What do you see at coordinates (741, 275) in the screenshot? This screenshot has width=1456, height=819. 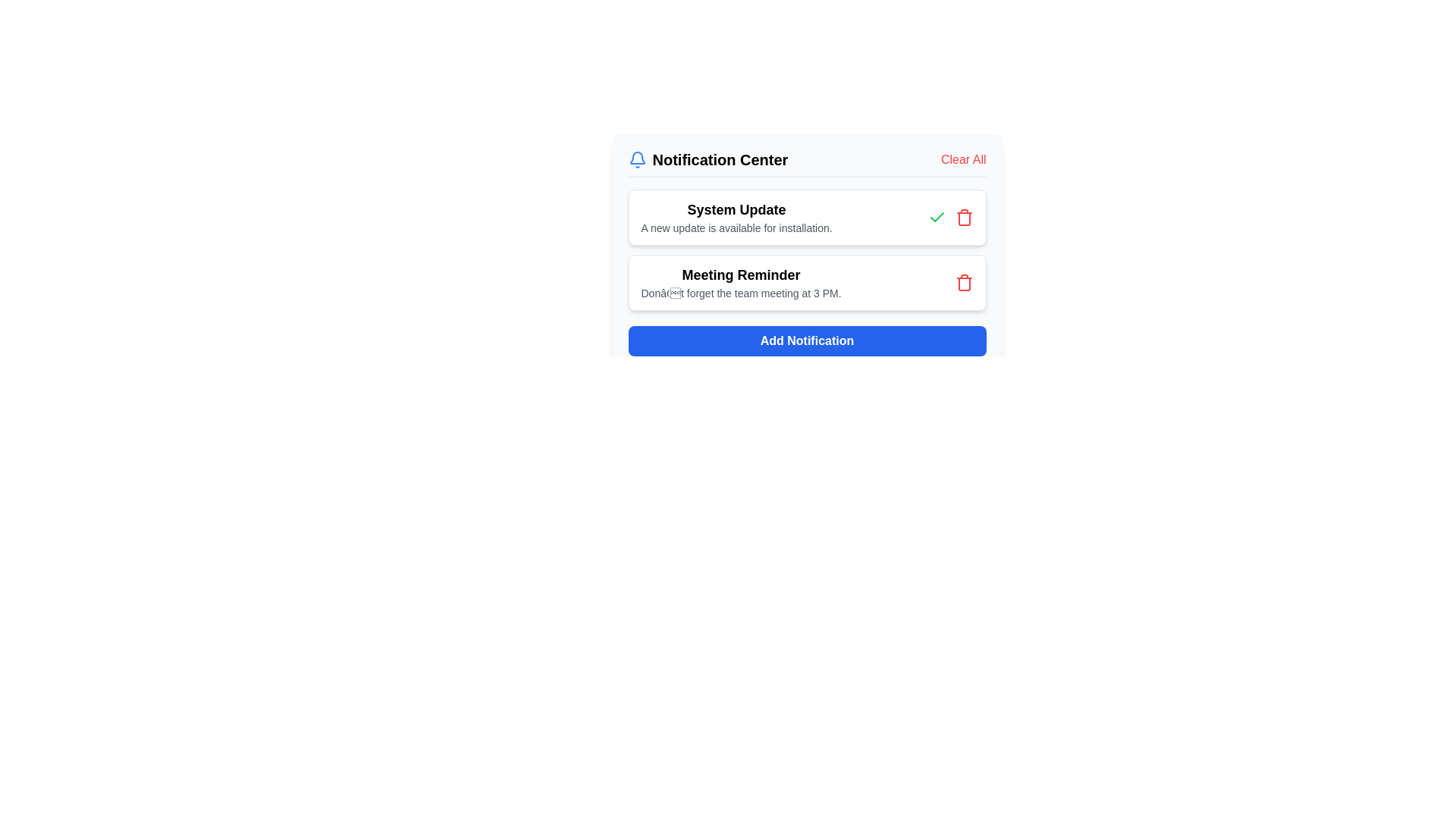 I see `the Heading or text label in the second notification card of the Notification Center, which summarizes the notification content` at bounding box center [741, 275].